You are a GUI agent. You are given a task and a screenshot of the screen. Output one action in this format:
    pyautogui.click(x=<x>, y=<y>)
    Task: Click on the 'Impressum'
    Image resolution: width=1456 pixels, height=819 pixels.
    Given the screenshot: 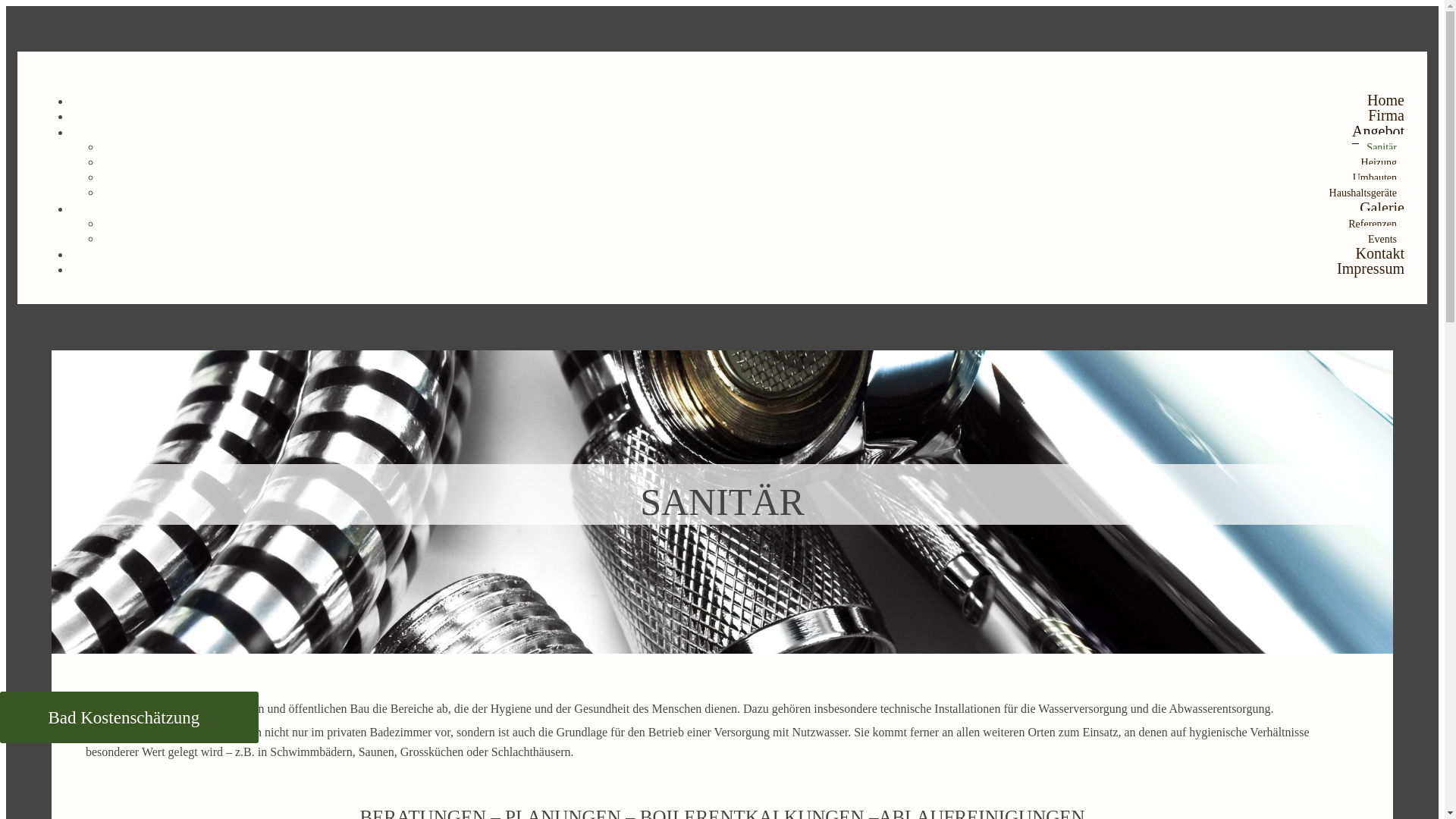 What is the action you would take?
    pyautogui.click(x=1336, y=268)
    